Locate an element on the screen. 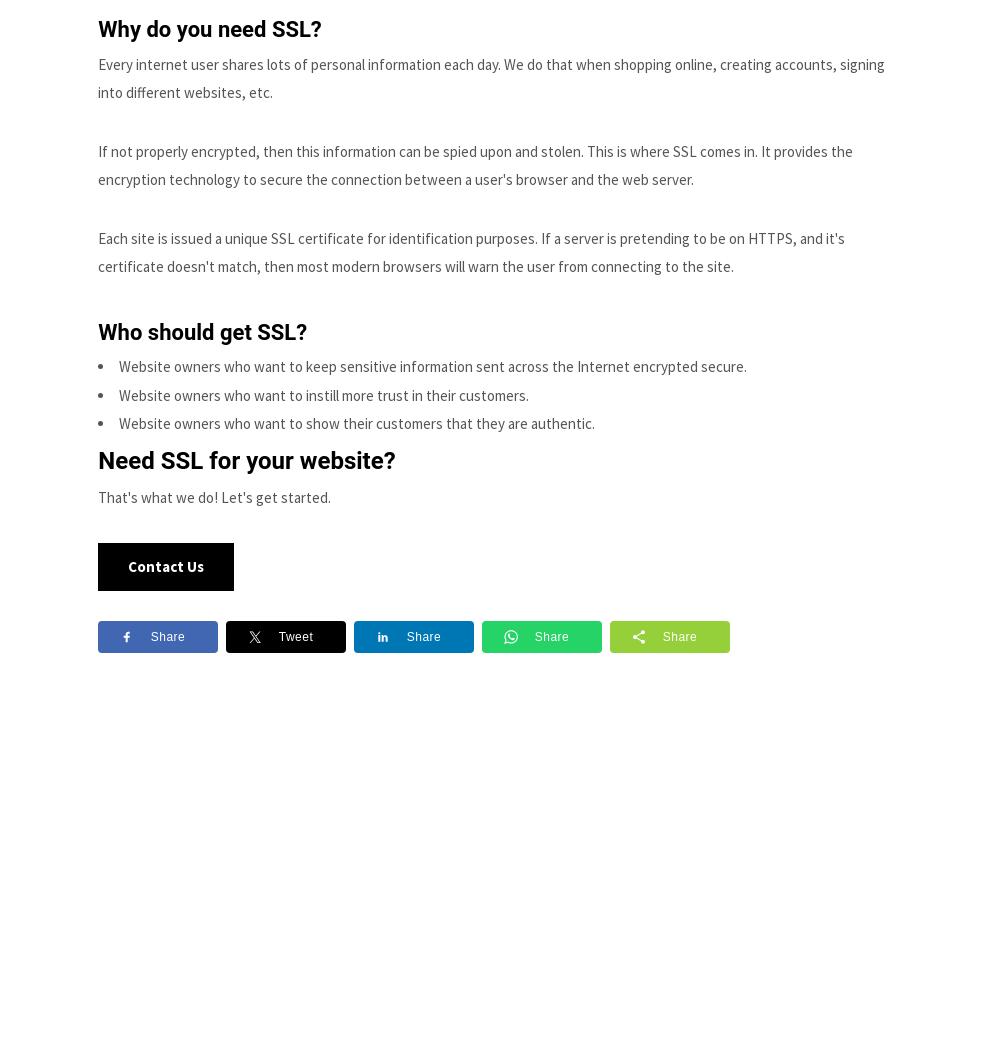 Image resolution: width=1000 pixels, height=1042 pixels. 'Website owners who want to instill more trust in their customers.' is located at coordinates (118, 393).